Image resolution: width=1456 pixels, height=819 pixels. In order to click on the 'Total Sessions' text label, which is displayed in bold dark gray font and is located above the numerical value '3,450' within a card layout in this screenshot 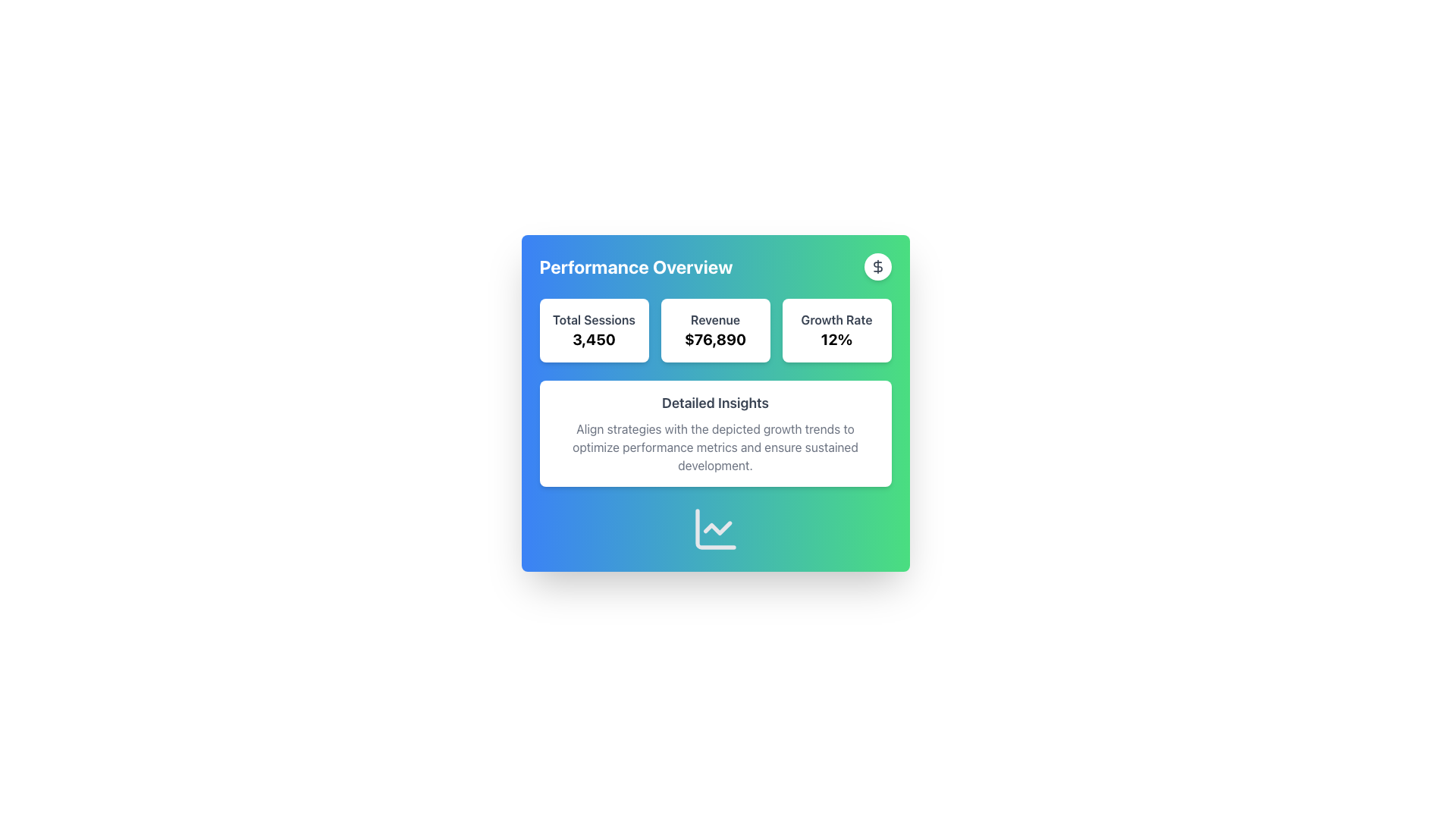, I will do `click(593, 318)`.